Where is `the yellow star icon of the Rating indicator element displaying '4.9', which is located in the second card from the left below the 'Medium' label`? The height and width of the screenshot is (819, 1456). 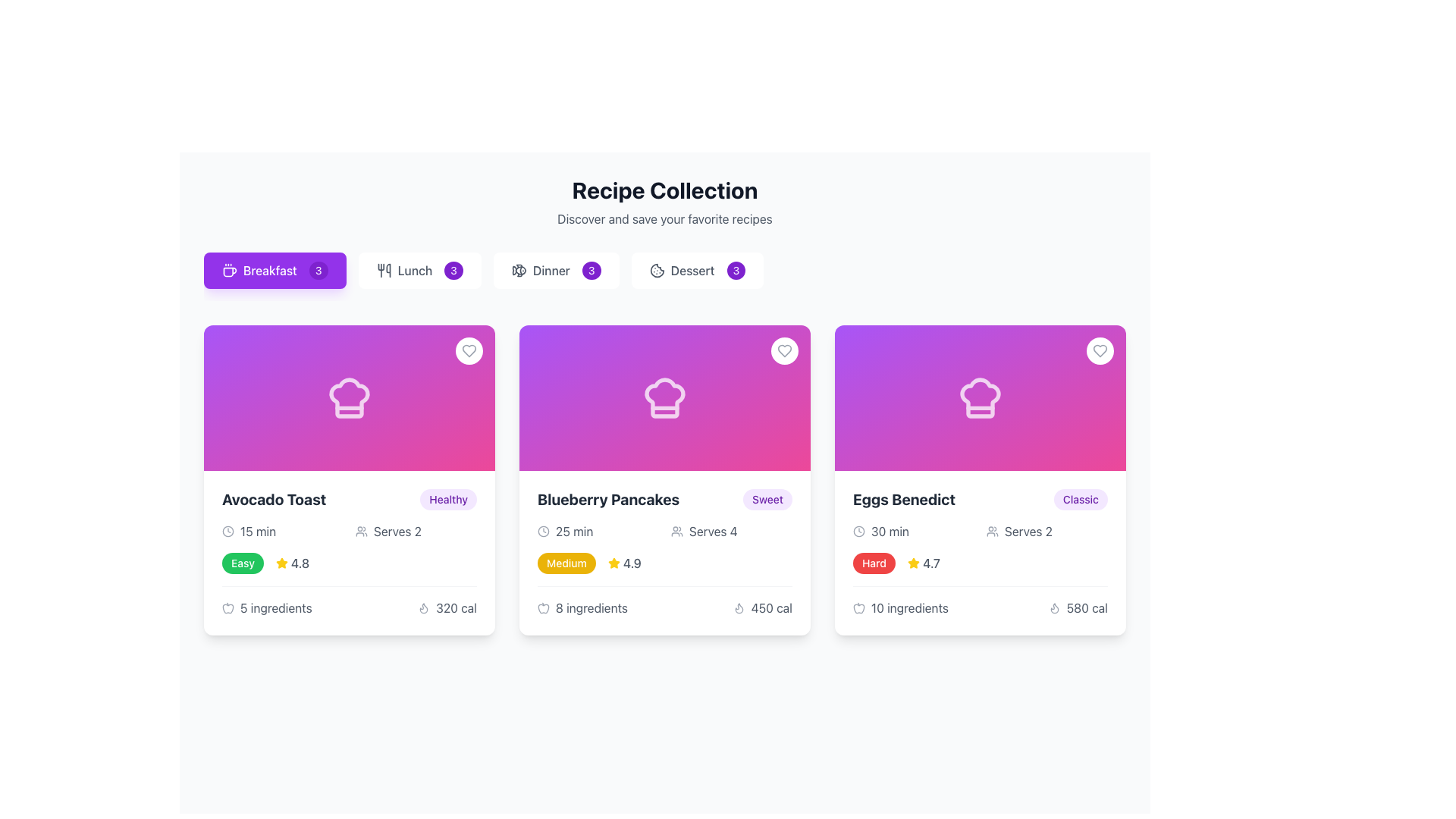
the yellow star icon of the Rating indicator element displaying '4.9', which is located in the second card from the left below the 'Medium' label is located at coordinates (624, 563).